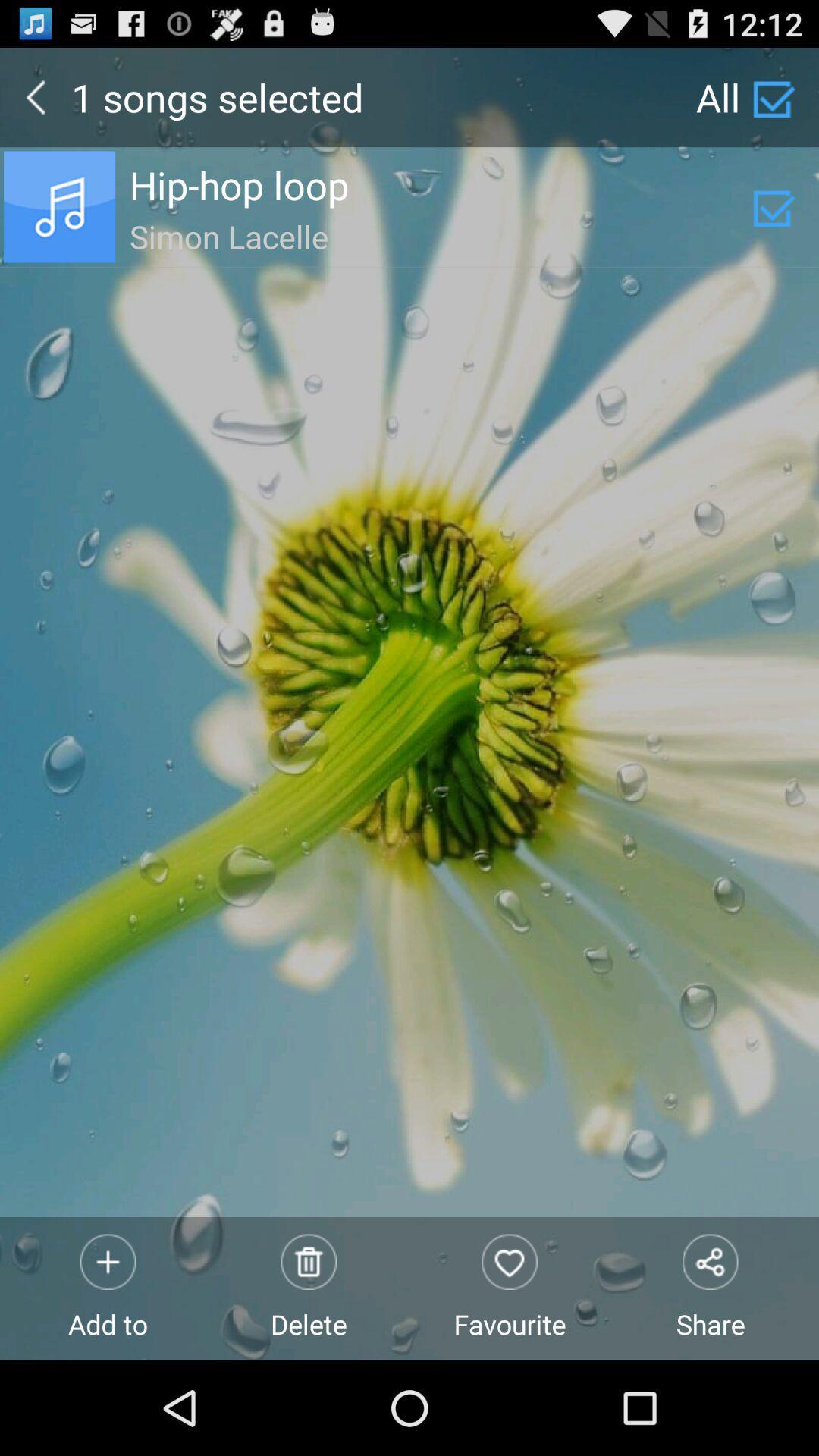 This screenshot has height=1456, width=819. I want to click on favourite app, so click(510, 1288).